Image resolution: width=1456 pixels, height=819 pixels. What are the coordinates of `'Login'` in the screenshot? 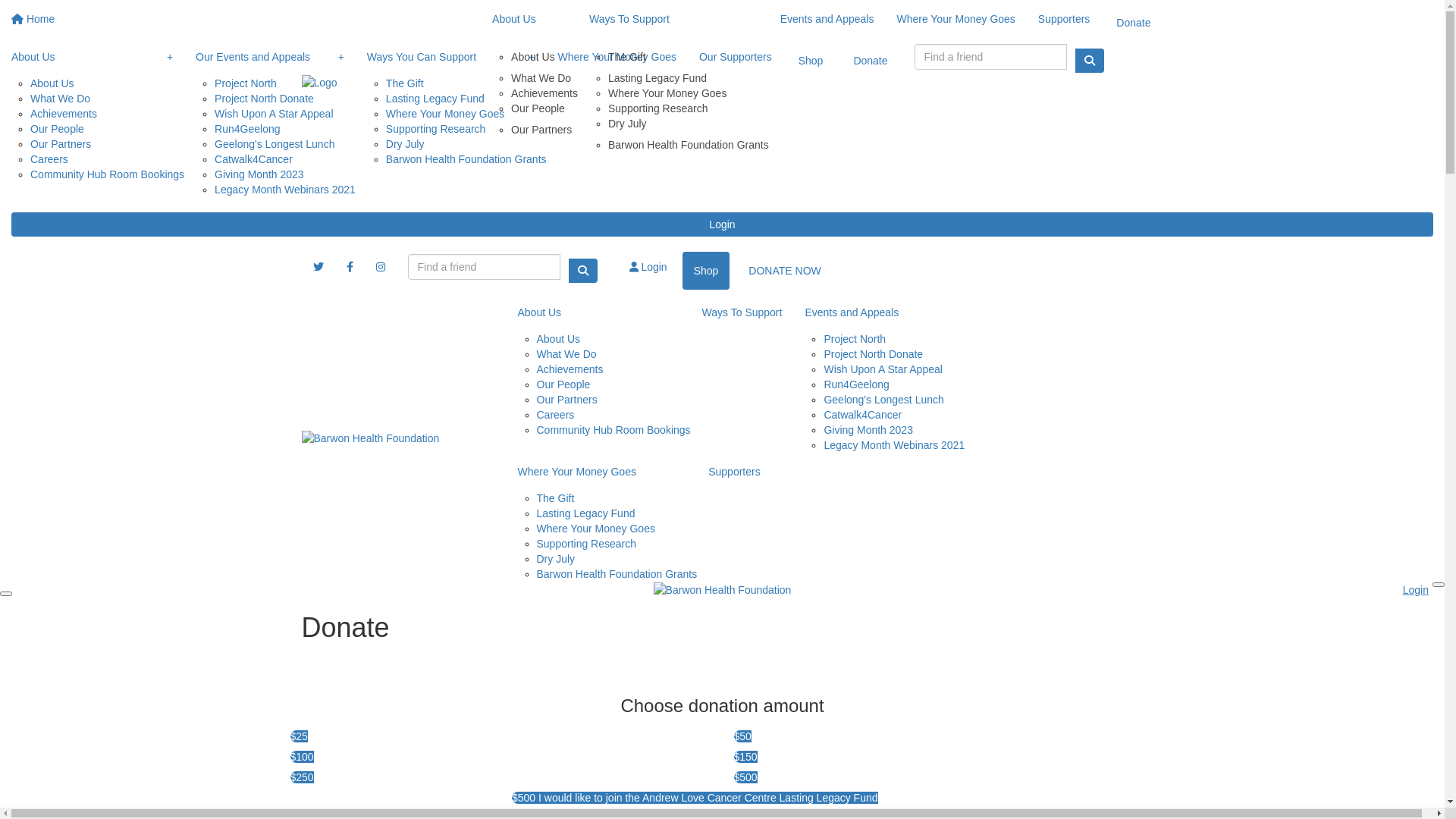 It's located at (648, 265).